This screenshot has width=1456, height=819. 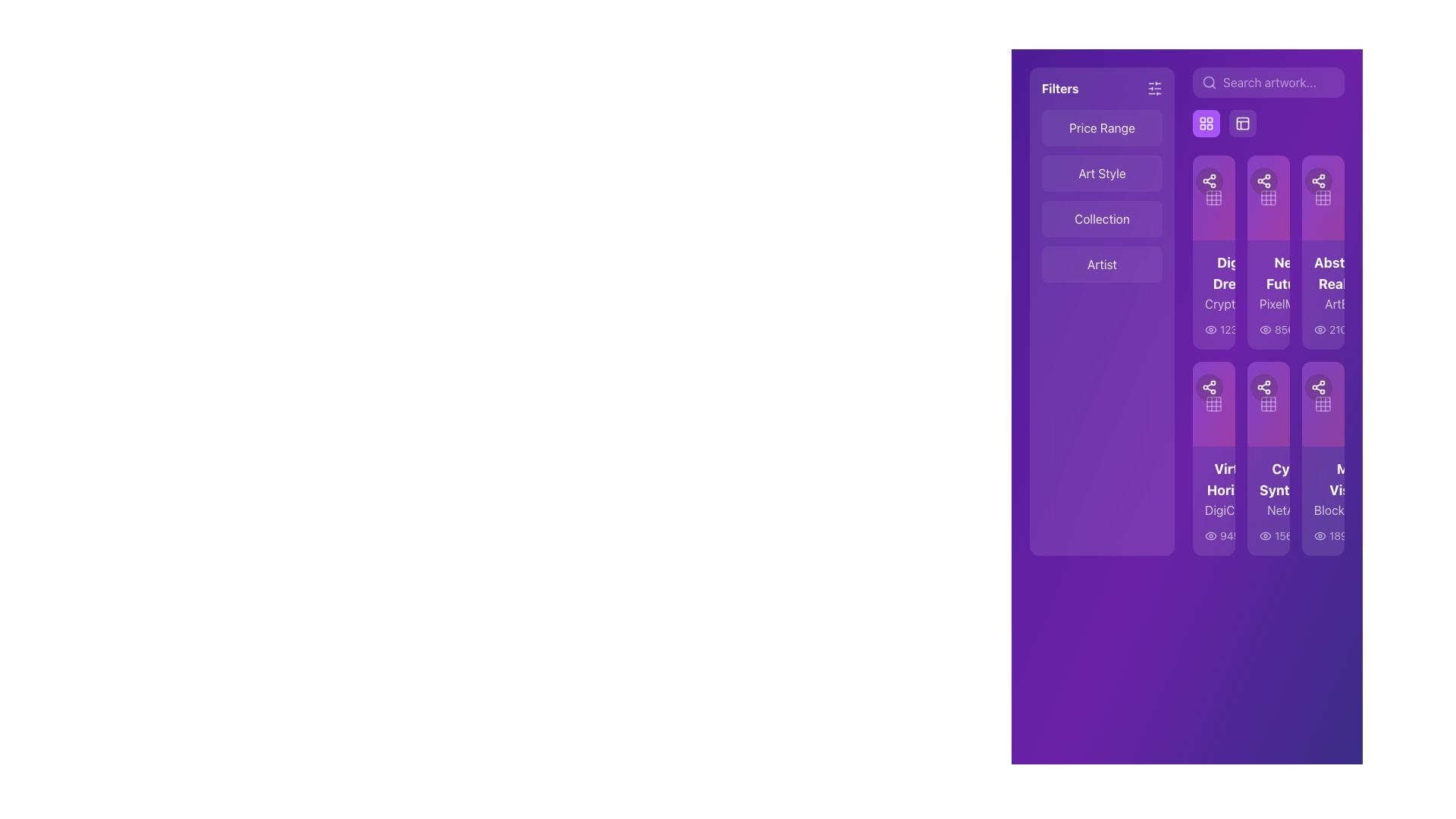 What do you see at coordinates (1323, 403) in the screenshot?
I see `the grid layout icon, which is the second from the right in a row of interactive icons within the purple interface's right panel` at bounding box center [1323, 403].